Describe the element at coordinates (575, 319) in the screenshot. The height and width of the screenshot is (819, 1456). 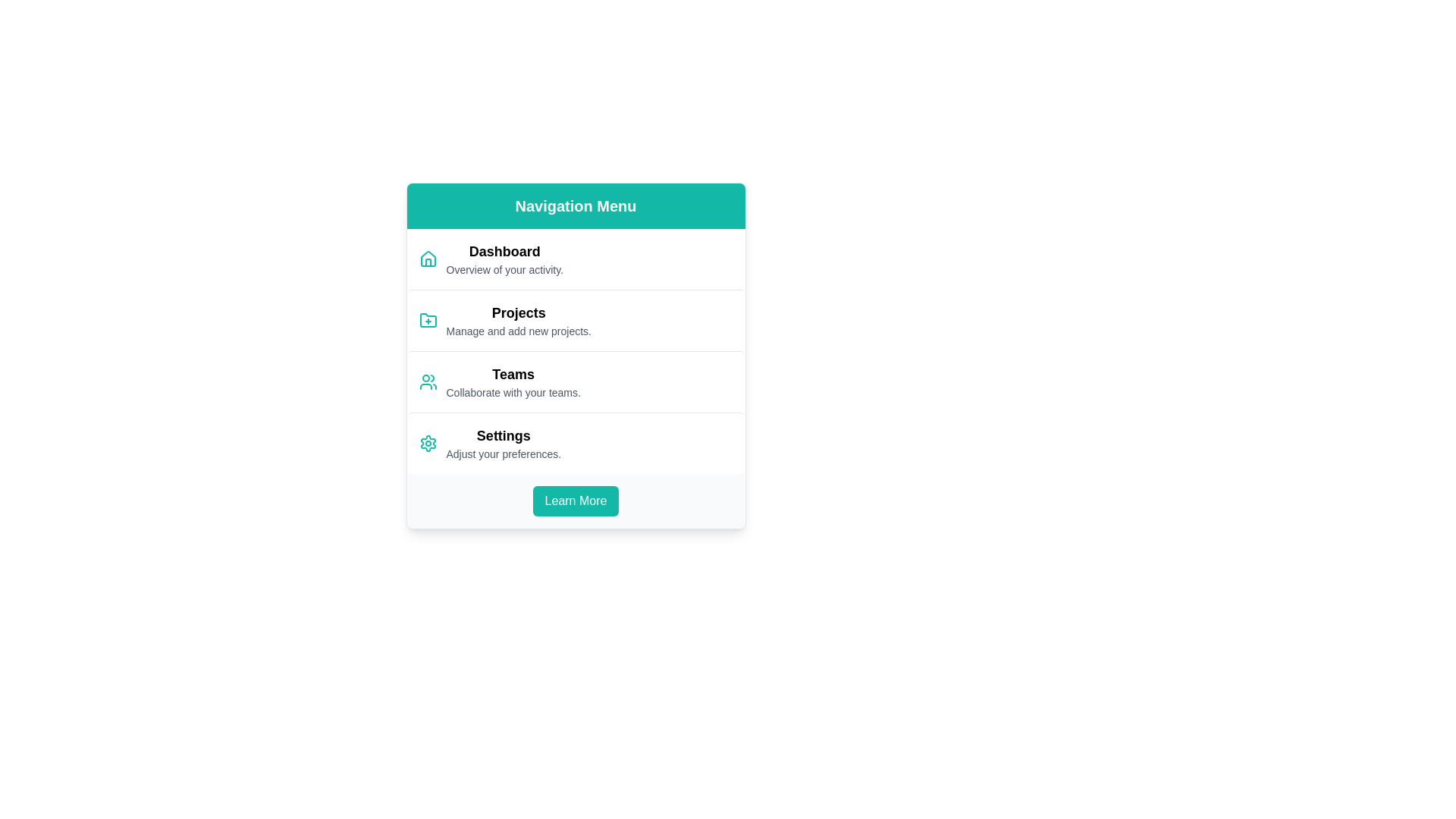
I see `to select the 'Projects' option, which is the second ListItem in the vertical options panel, located below 'Dashboard' and above 'Teams'` at that location.